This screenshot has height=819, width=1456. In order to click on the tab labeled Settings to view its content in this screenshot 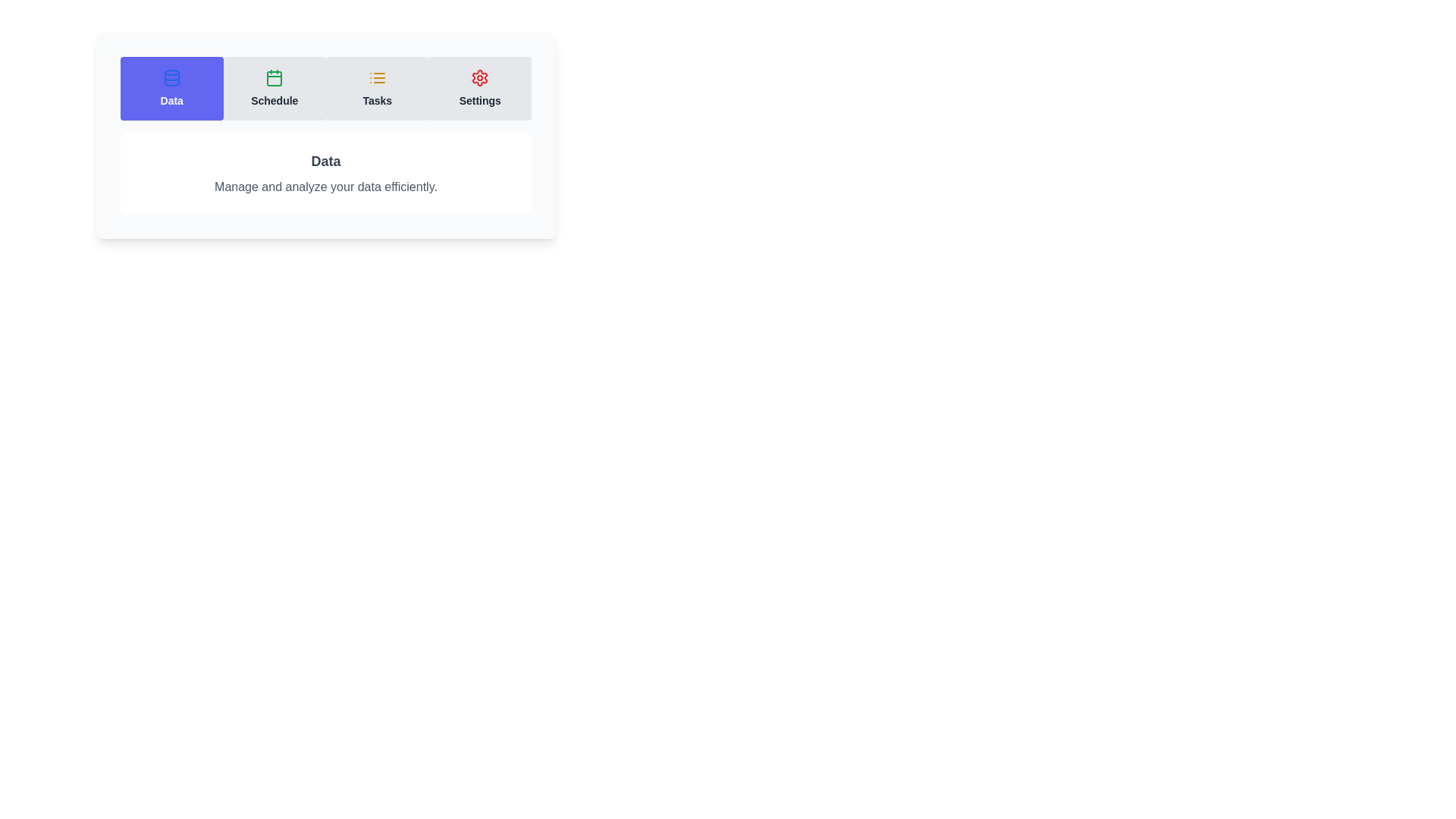, I will do `click(479, 88)`.